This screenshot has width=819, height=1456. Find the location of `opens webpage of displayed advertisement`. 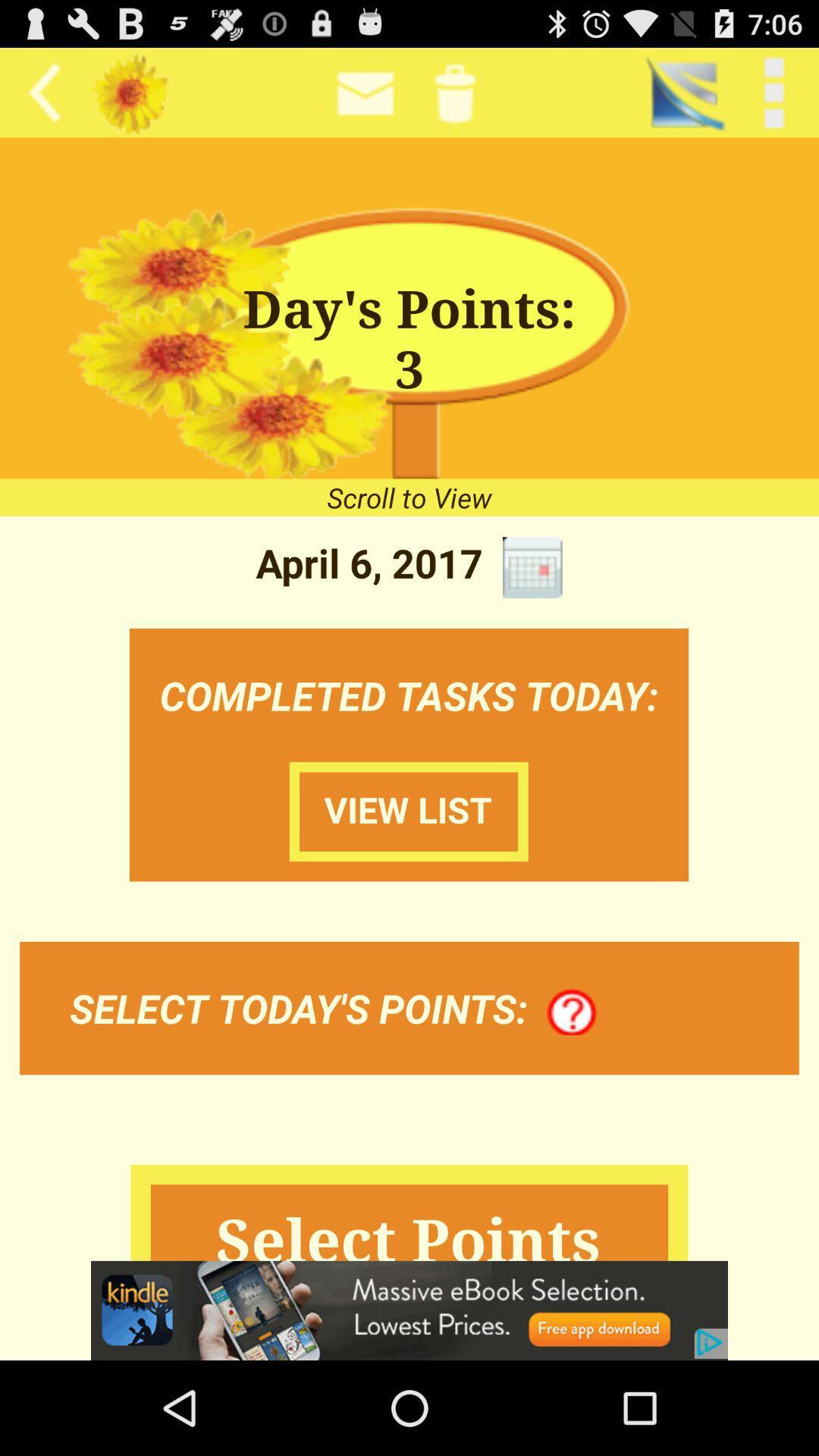

opens webpage of displayed advertisement is located at coordinates (409, 1310).